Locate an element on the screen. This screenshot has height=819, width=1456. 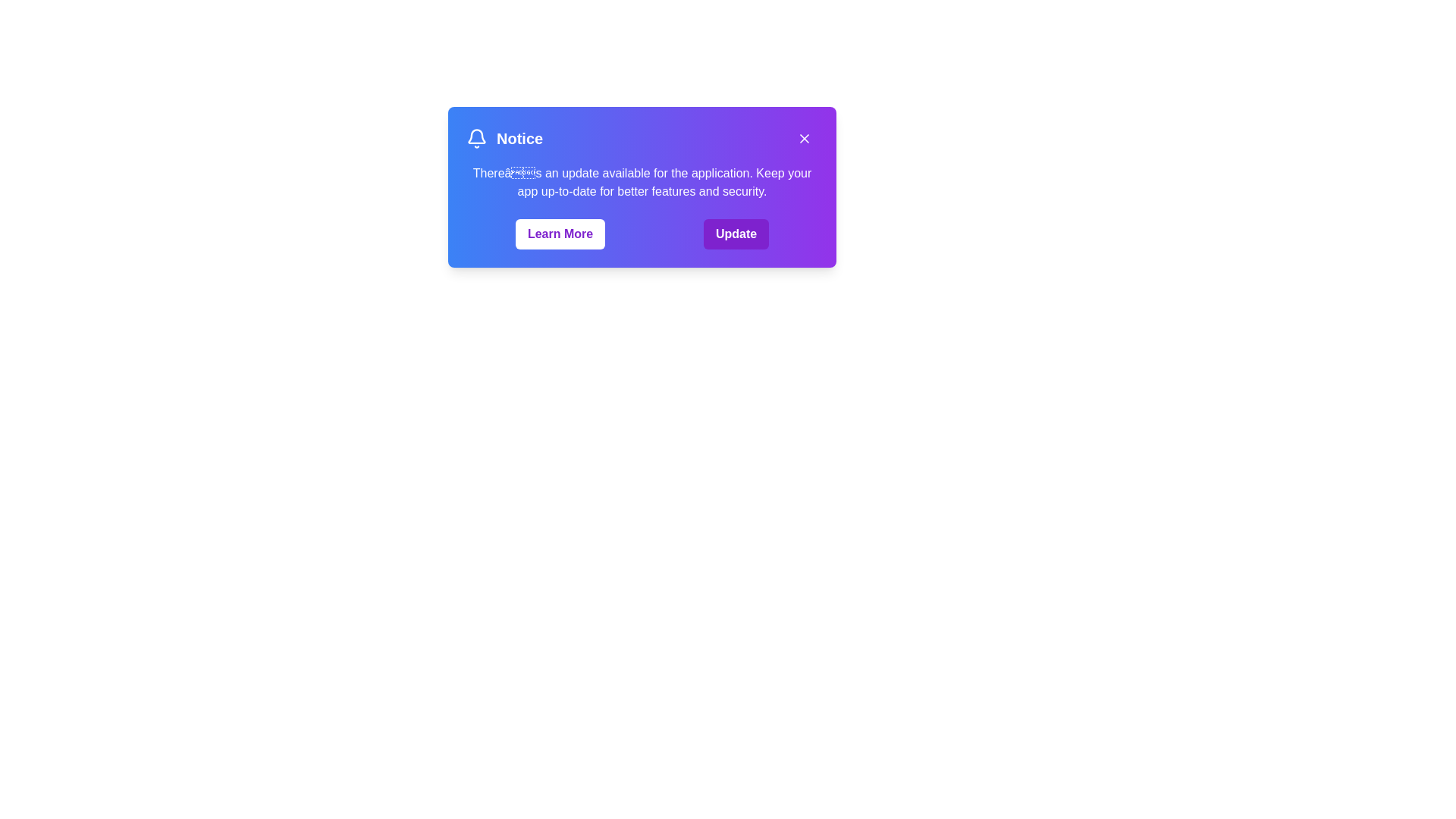
the close button to close the alert is located at coordinates (803, 138).